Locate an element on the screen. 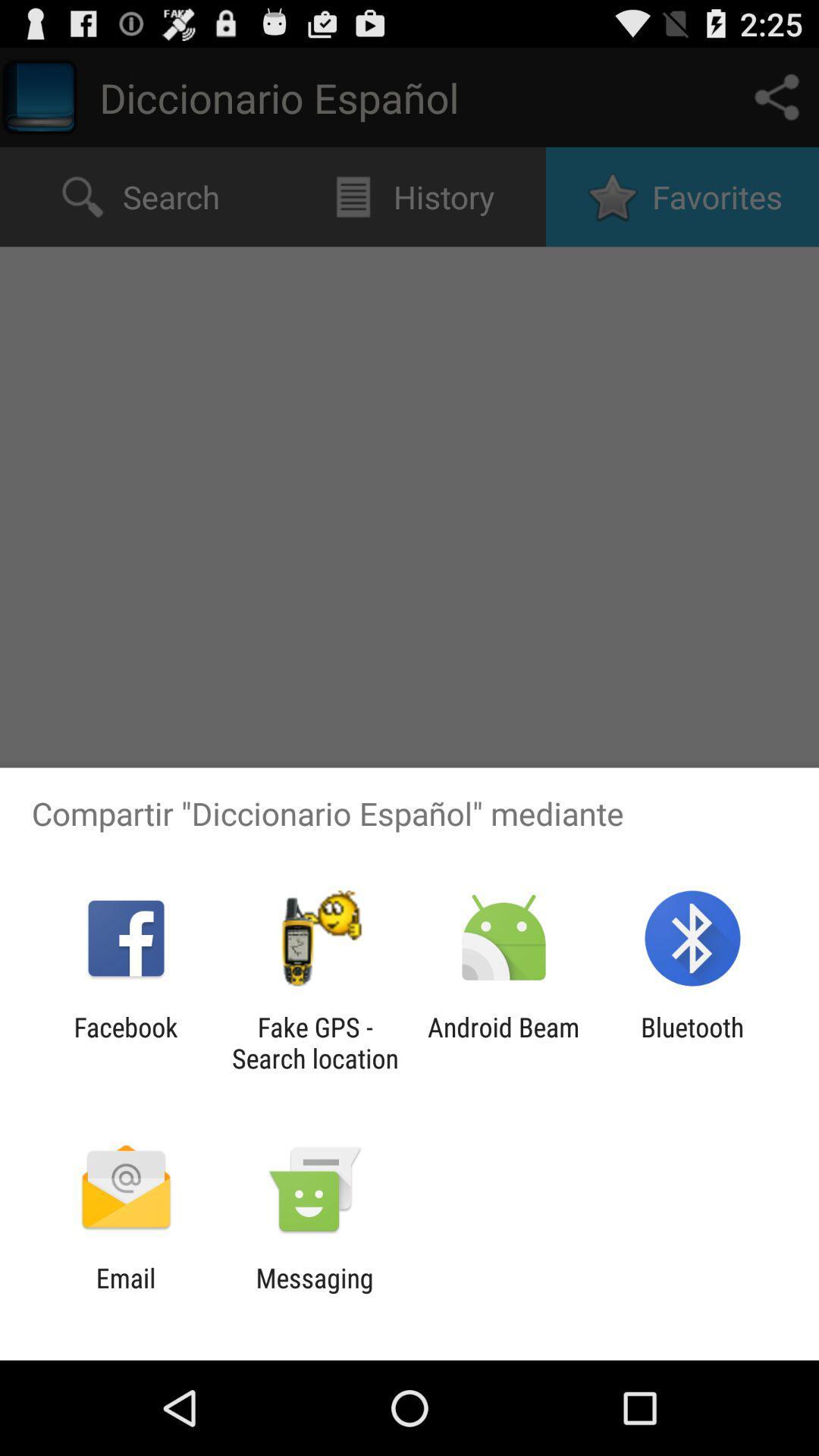 Image resolution: width=819 pixels, height=1456 pixels. the item to the right of fake gps search icon is located at coordinates (504, 1042).